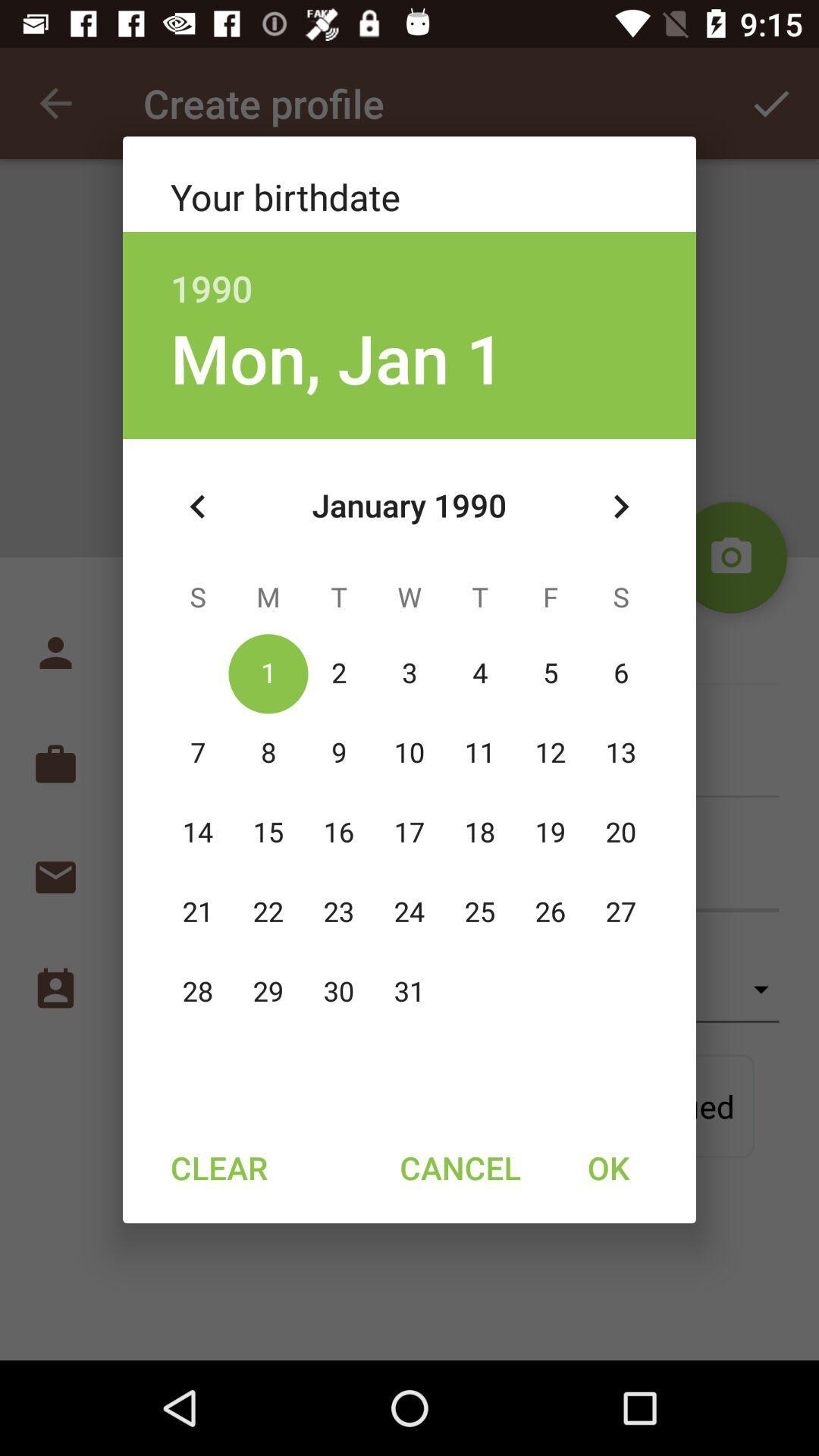  What do you see at coordinates (337, 357) in the screenshot?
I see `the item below 1990 item` at bounding box center [337, 357].